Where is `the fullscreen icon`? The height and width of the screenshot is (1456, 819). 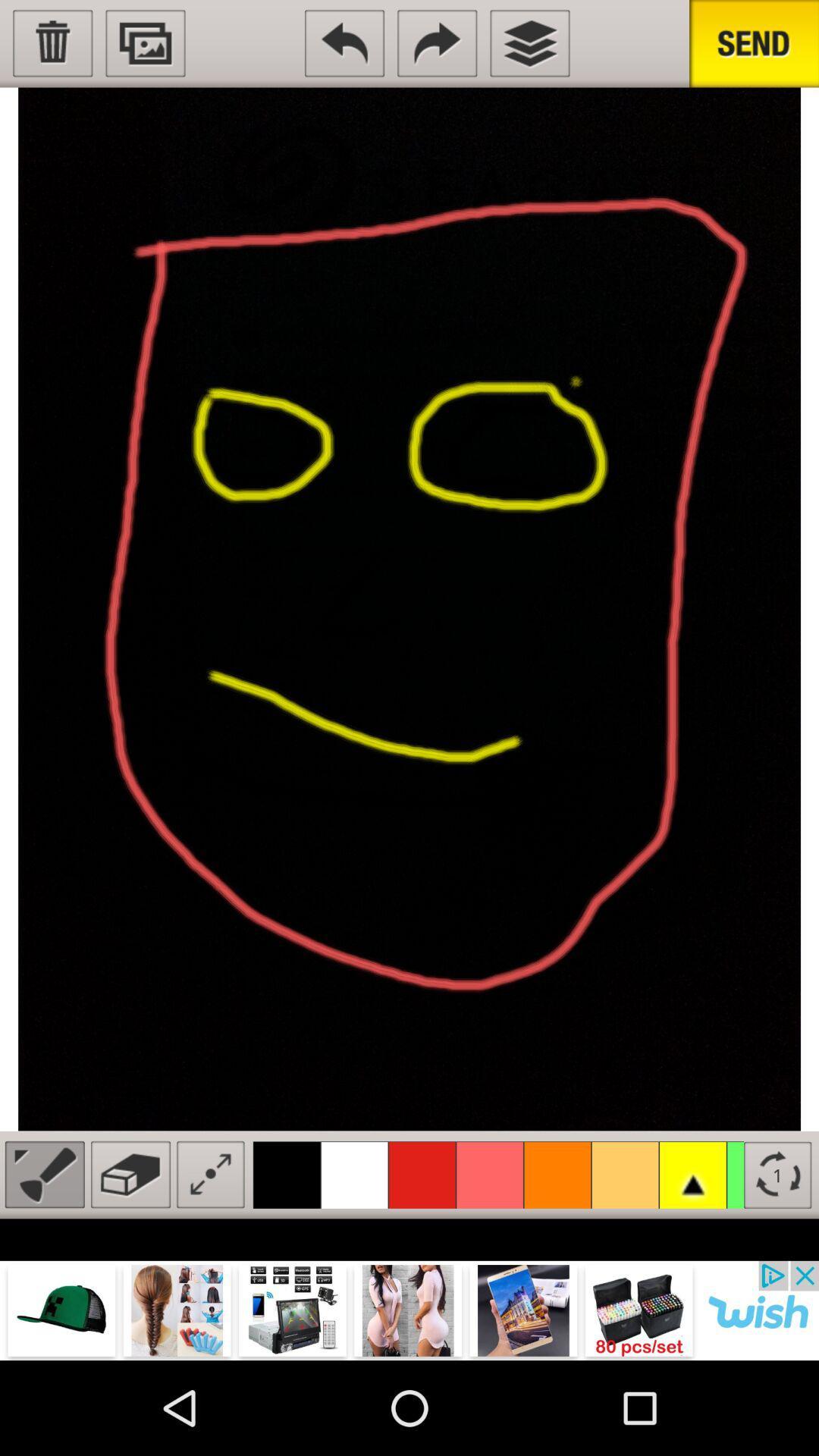 the fullscreen icon is located at coordinates (210, 1174).